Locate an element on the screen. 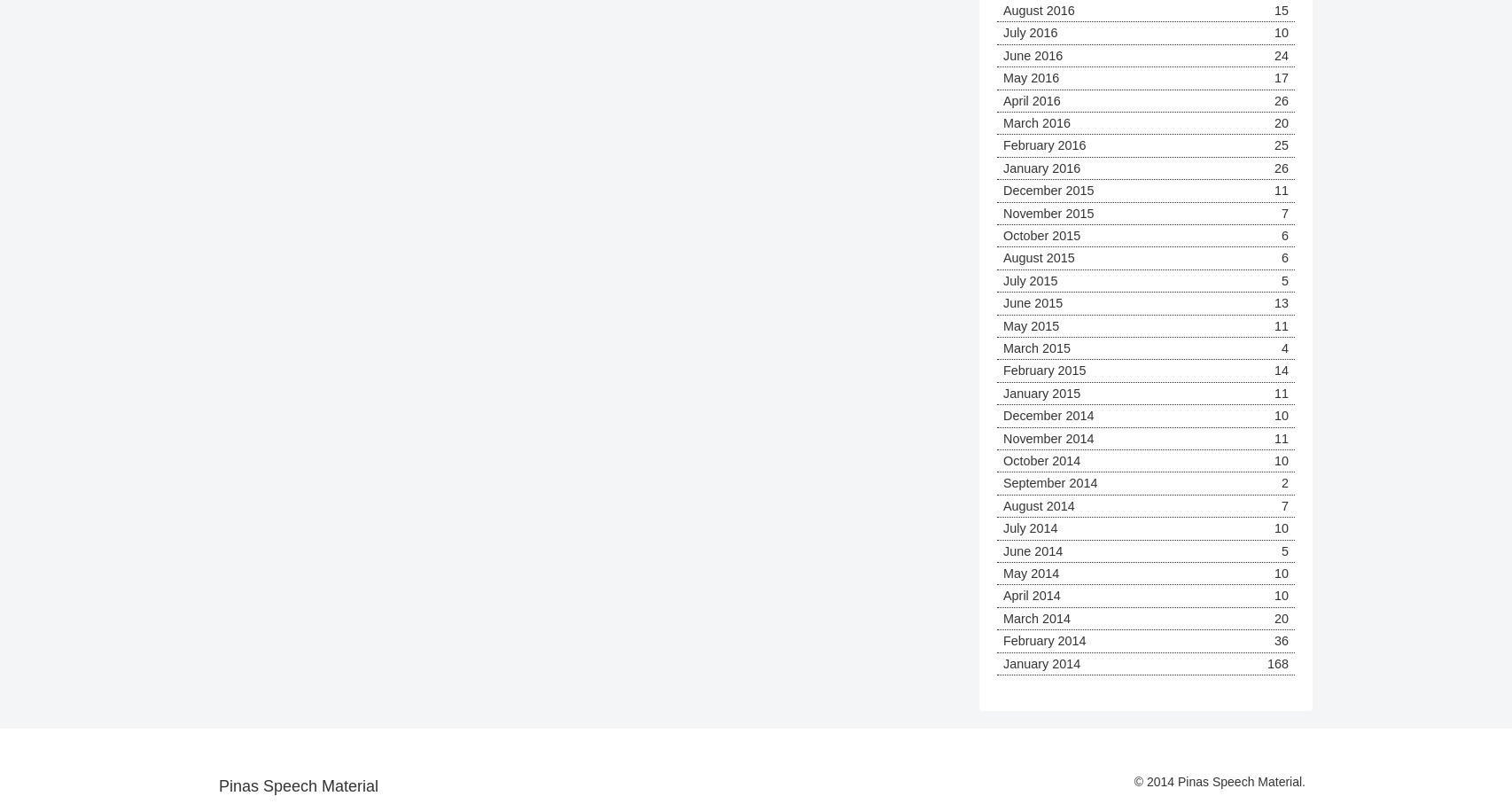 The image size is (1512, 804). 'Pinas Speech Material' is located at coordinates (219, 785).